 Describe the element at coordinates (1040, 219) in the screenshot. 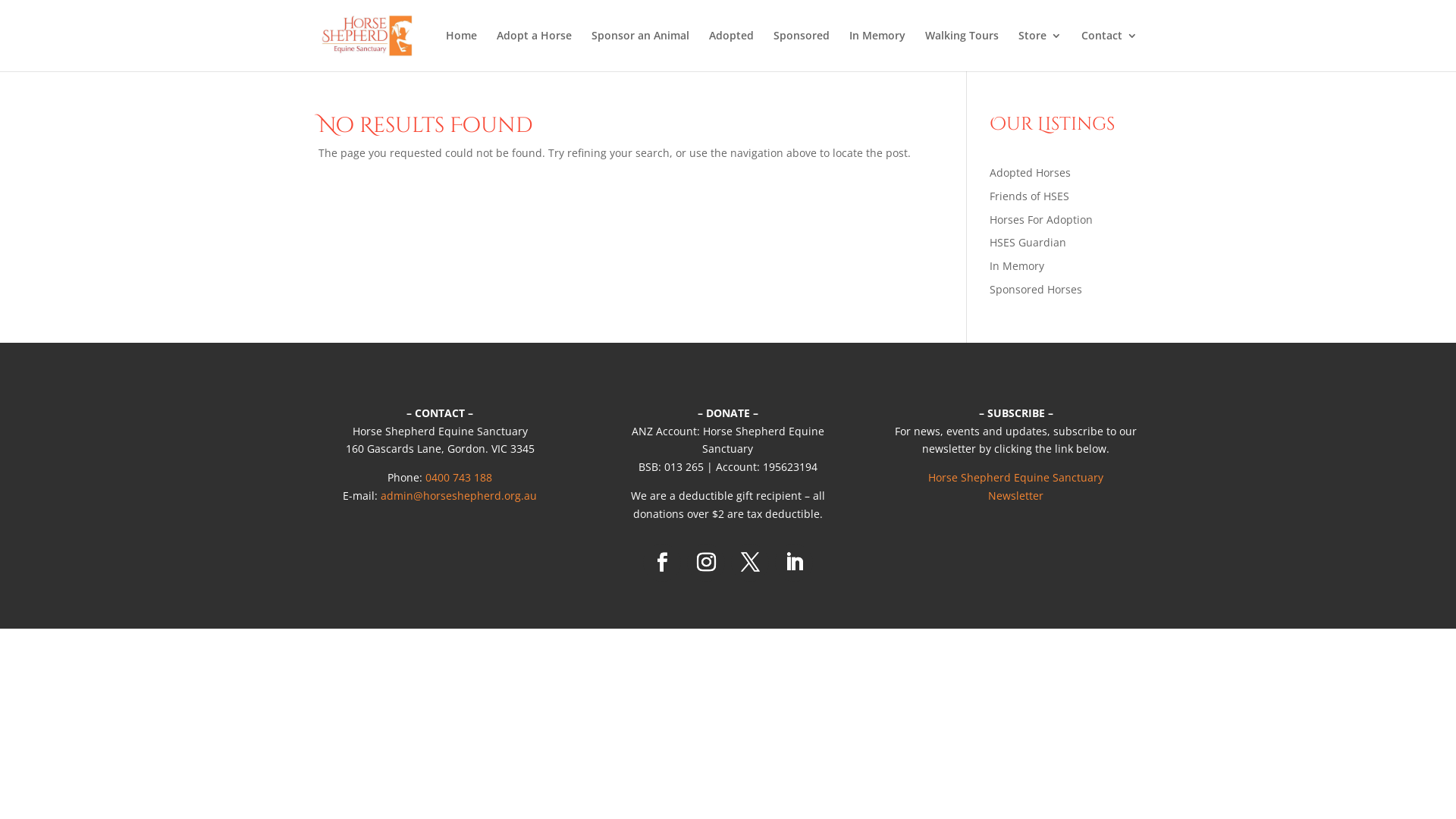

I see `'Horses For Adoption'` at that location.